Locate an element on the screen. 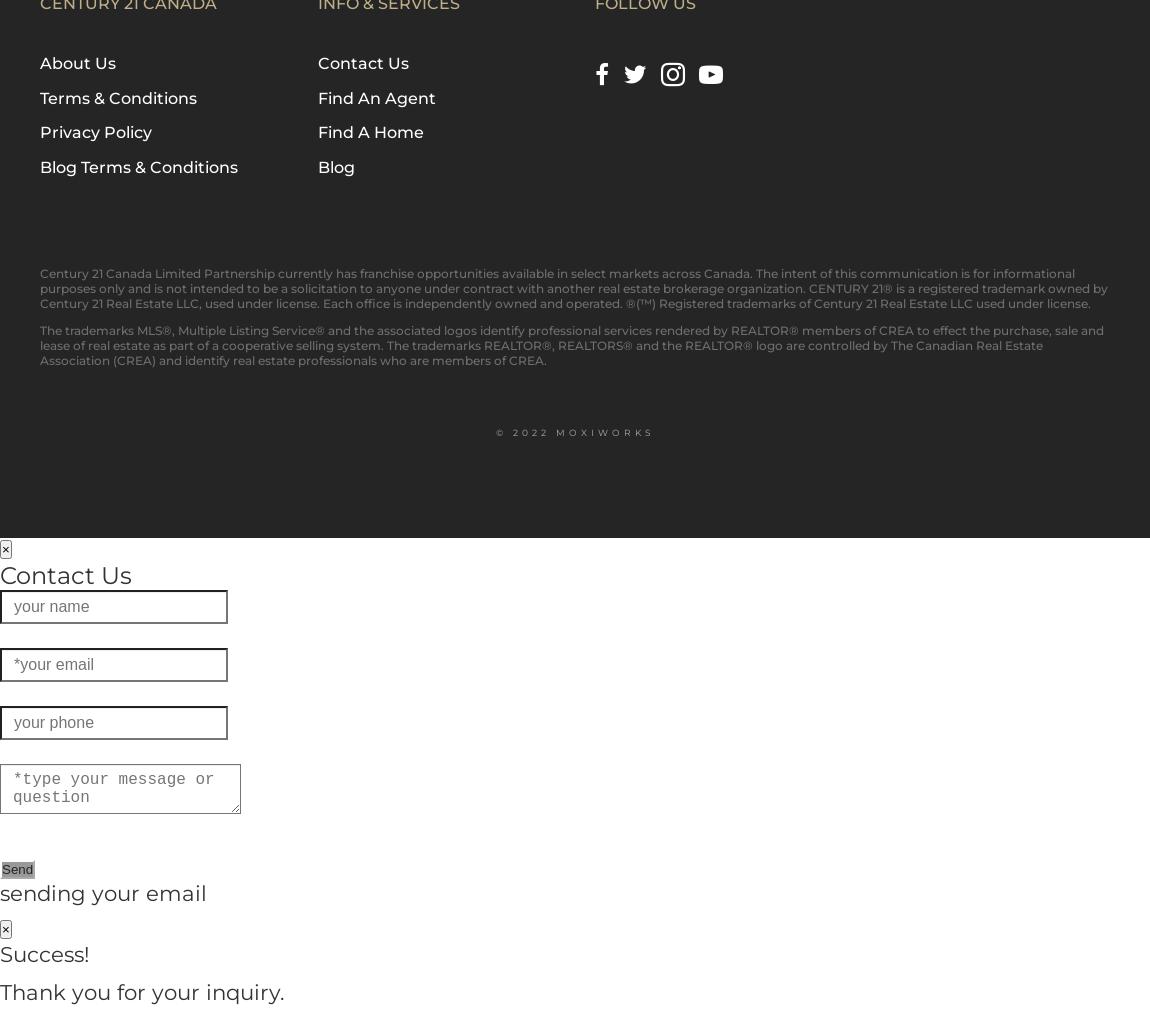 The width and height of the screenshot is (1150, 1018). 'Success!' is located at coordinates (43, 951).